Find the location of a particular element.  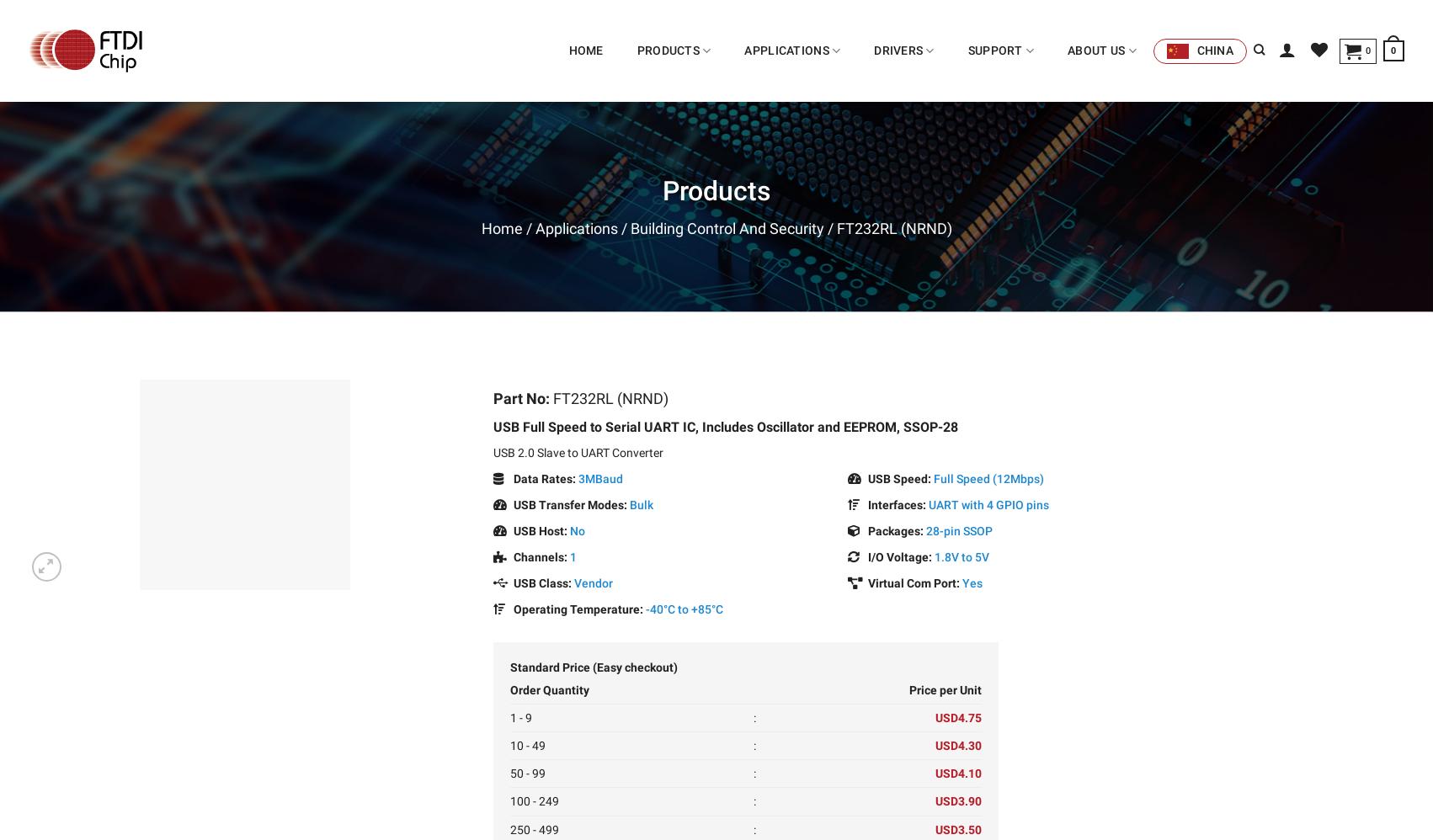

'3.50' is located at coordinates (969, 828).